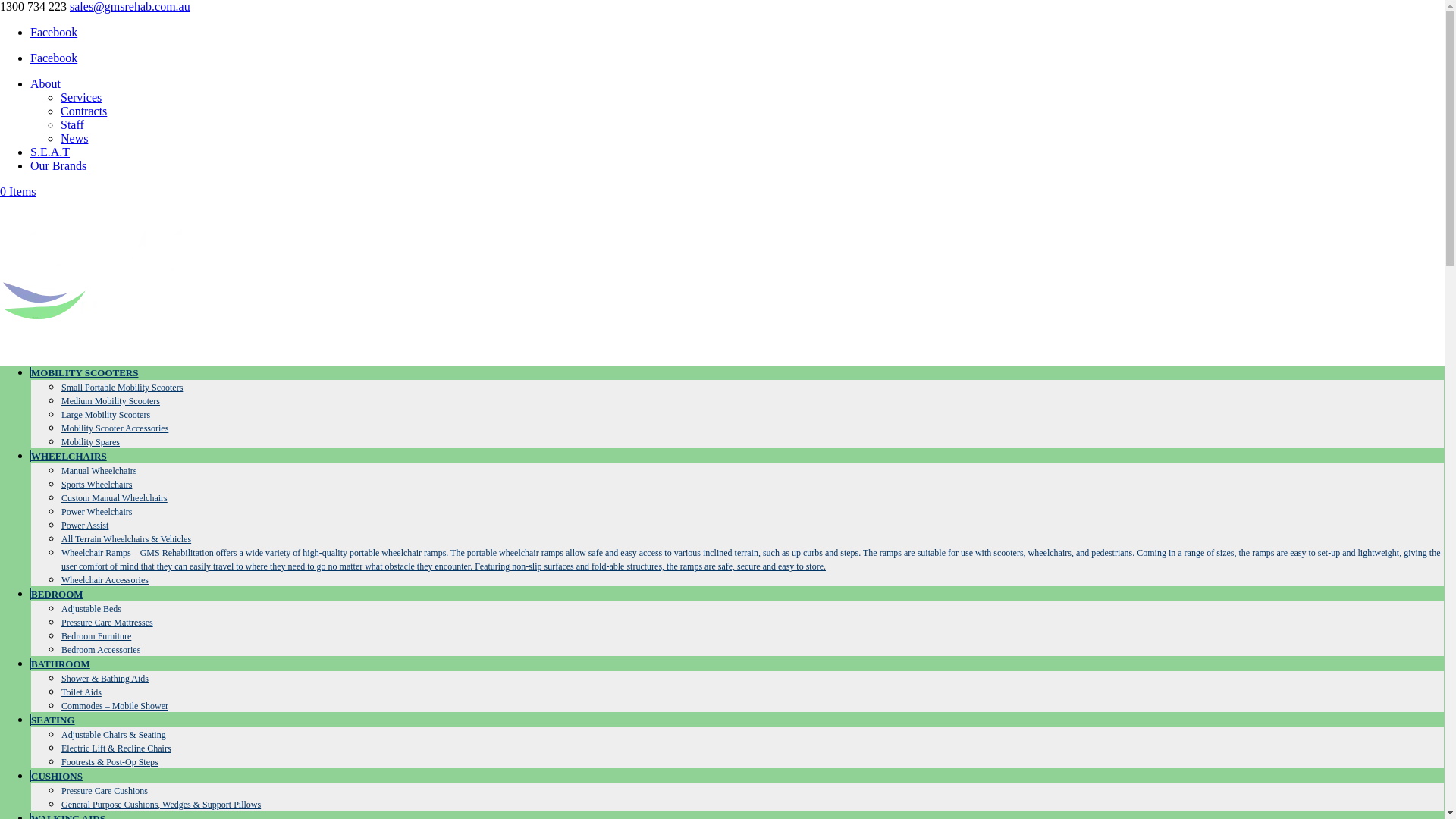 The width and height of the screenshot is (1456, 819). What do you see at coordinates (61, 485) in the screenshot?
I see `'Sports Wheelchairs'` at bounding box center [61, 485].